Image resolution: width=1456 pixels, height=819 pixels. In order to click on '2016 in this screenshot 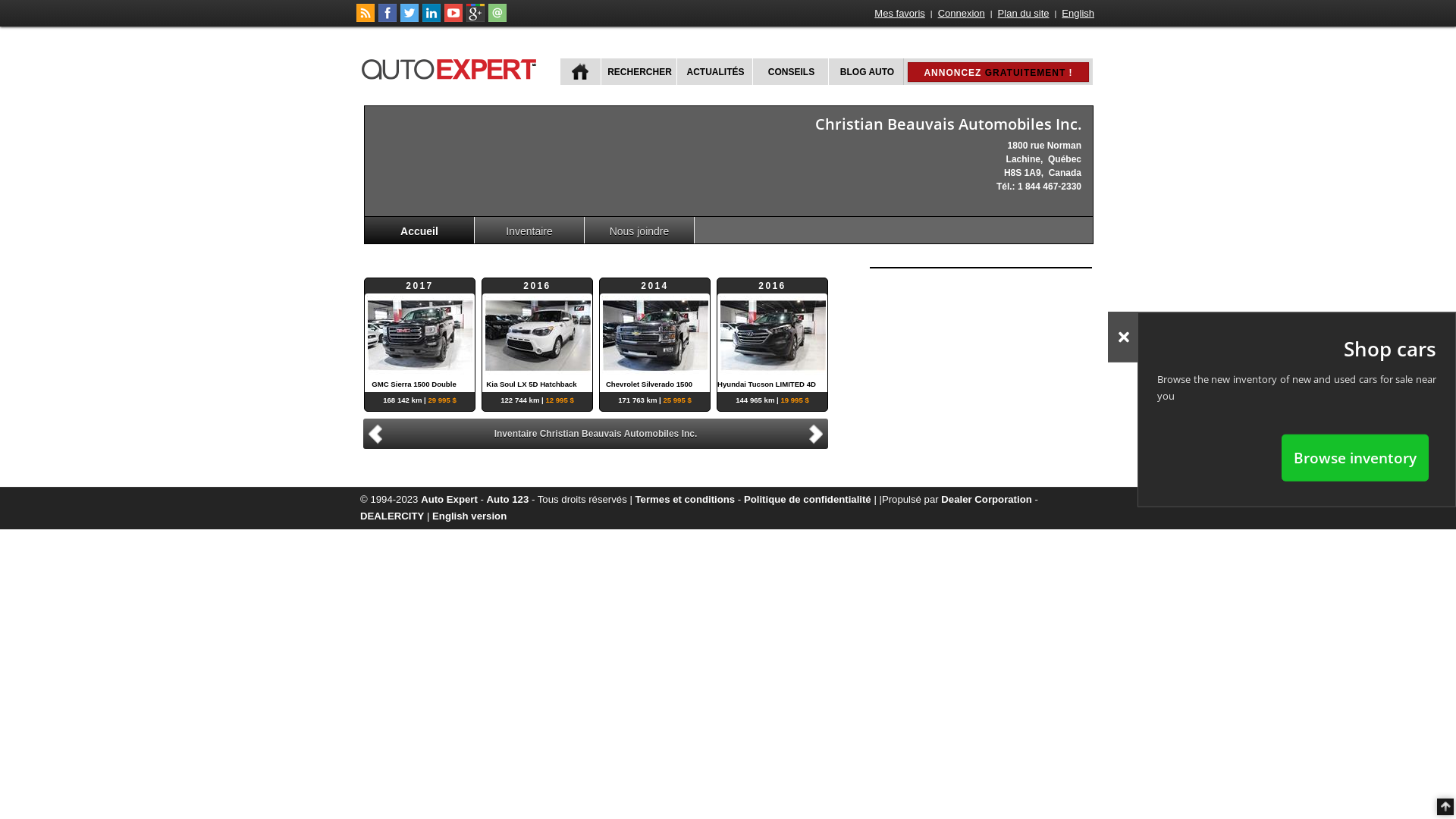, I will do `click(537, 334)`.